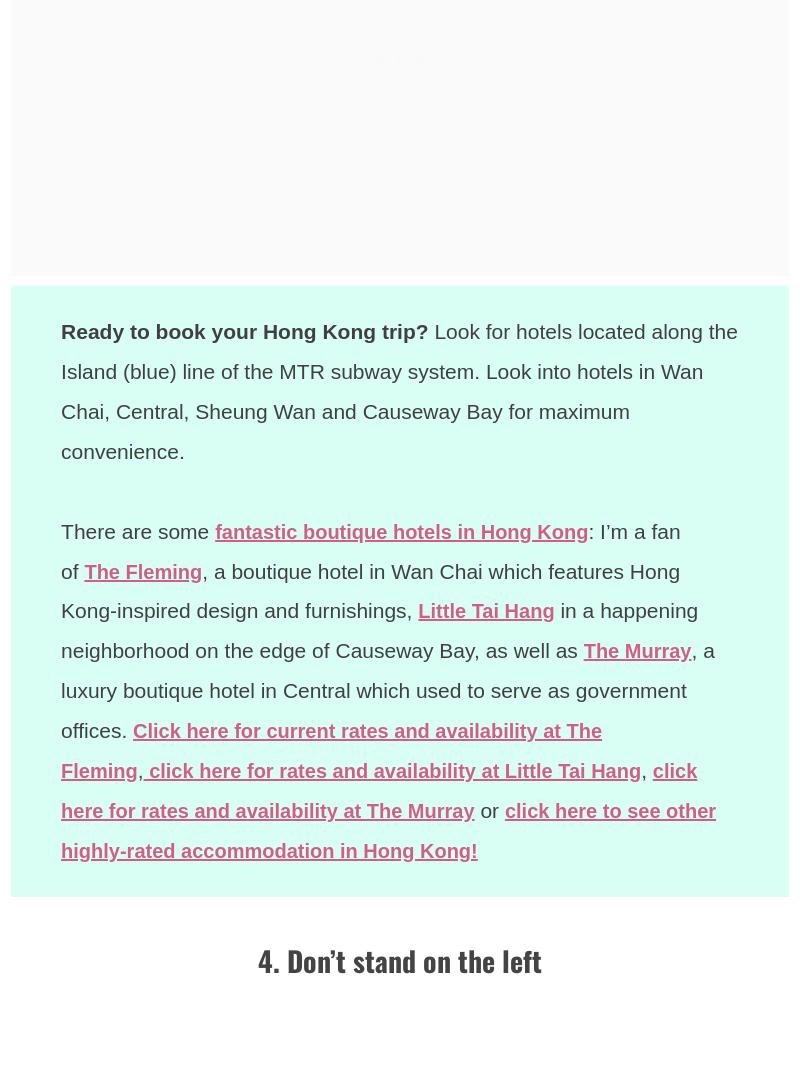  I want to click on 'The Fleming', so click(146, 570).